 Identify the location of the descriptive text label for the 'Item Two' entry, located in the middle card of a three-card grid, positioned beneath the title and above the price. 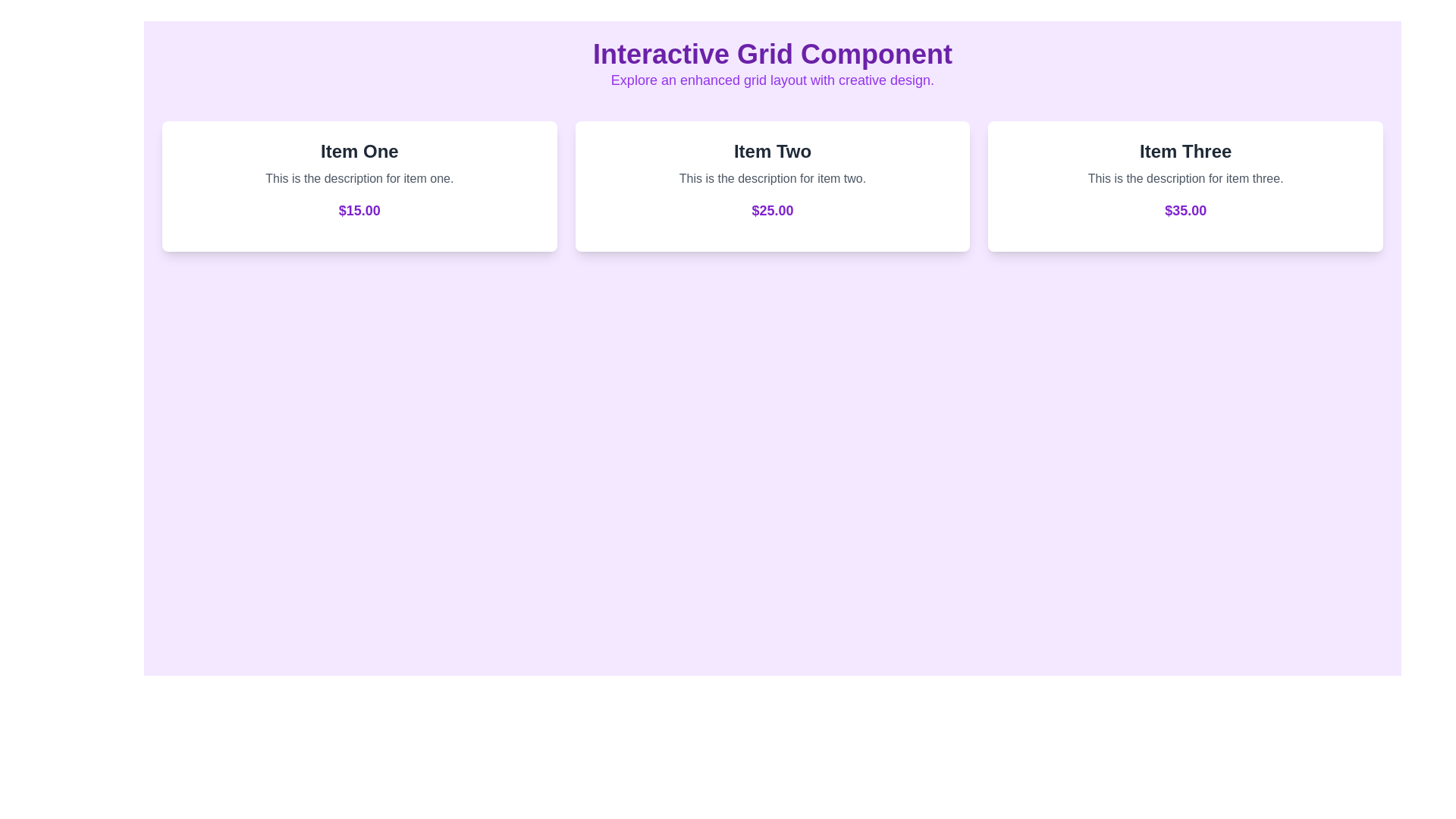
(772, 177).